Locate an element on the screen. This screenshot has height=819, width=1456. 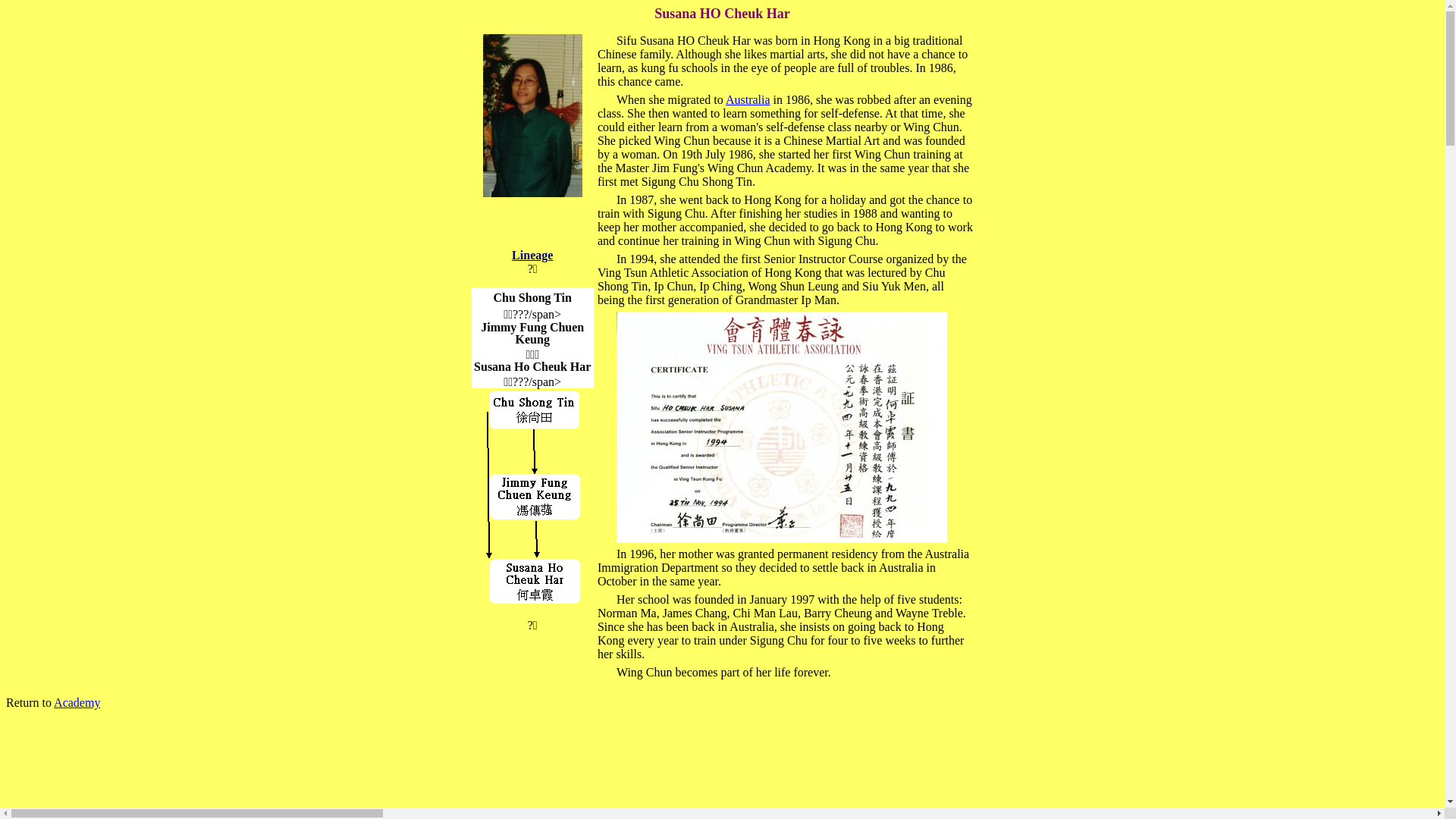
'Australia' is located at coordinates (748, 99).